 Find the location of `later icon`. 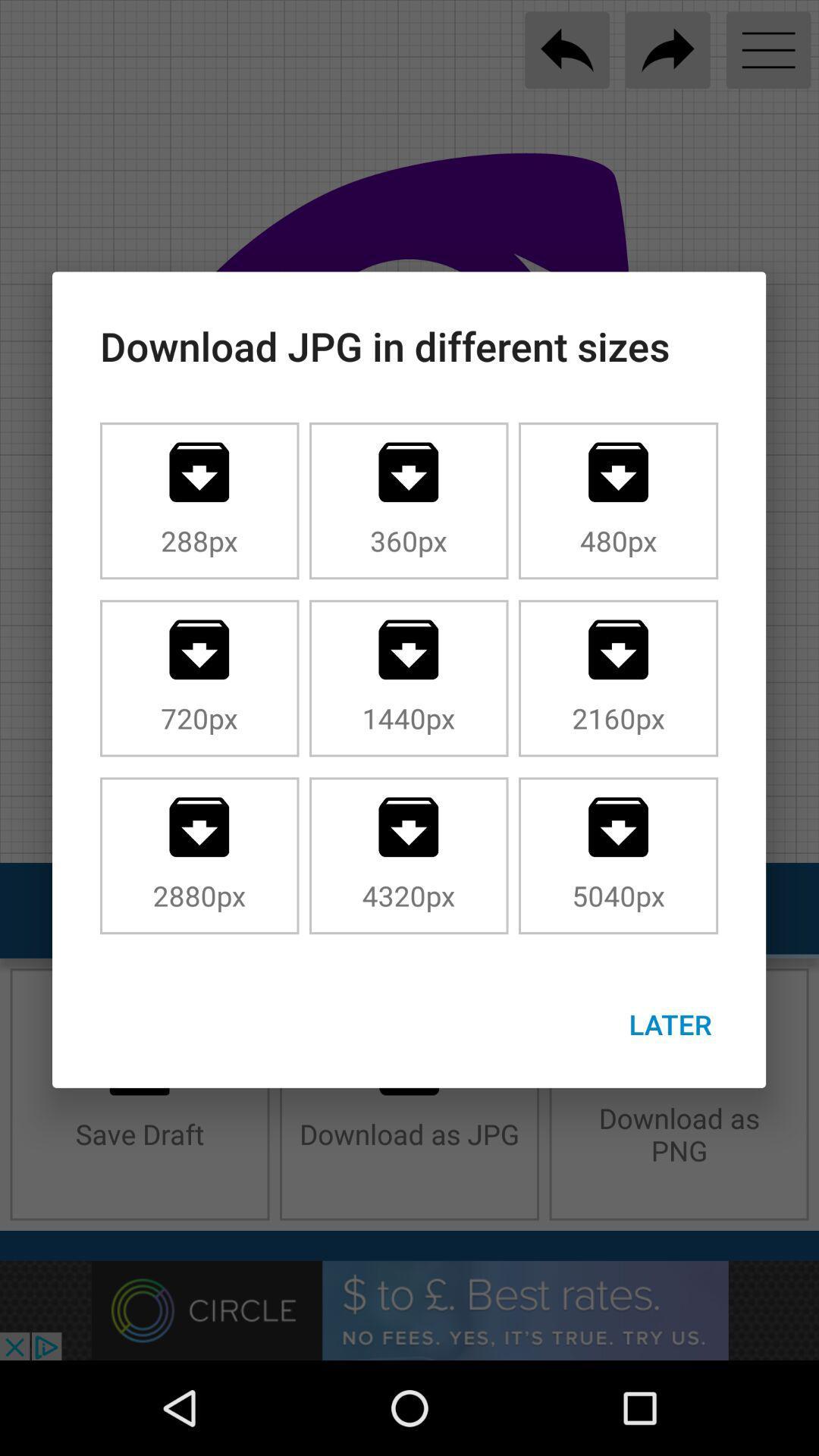

later icon is located at coordinates (670, 1024).